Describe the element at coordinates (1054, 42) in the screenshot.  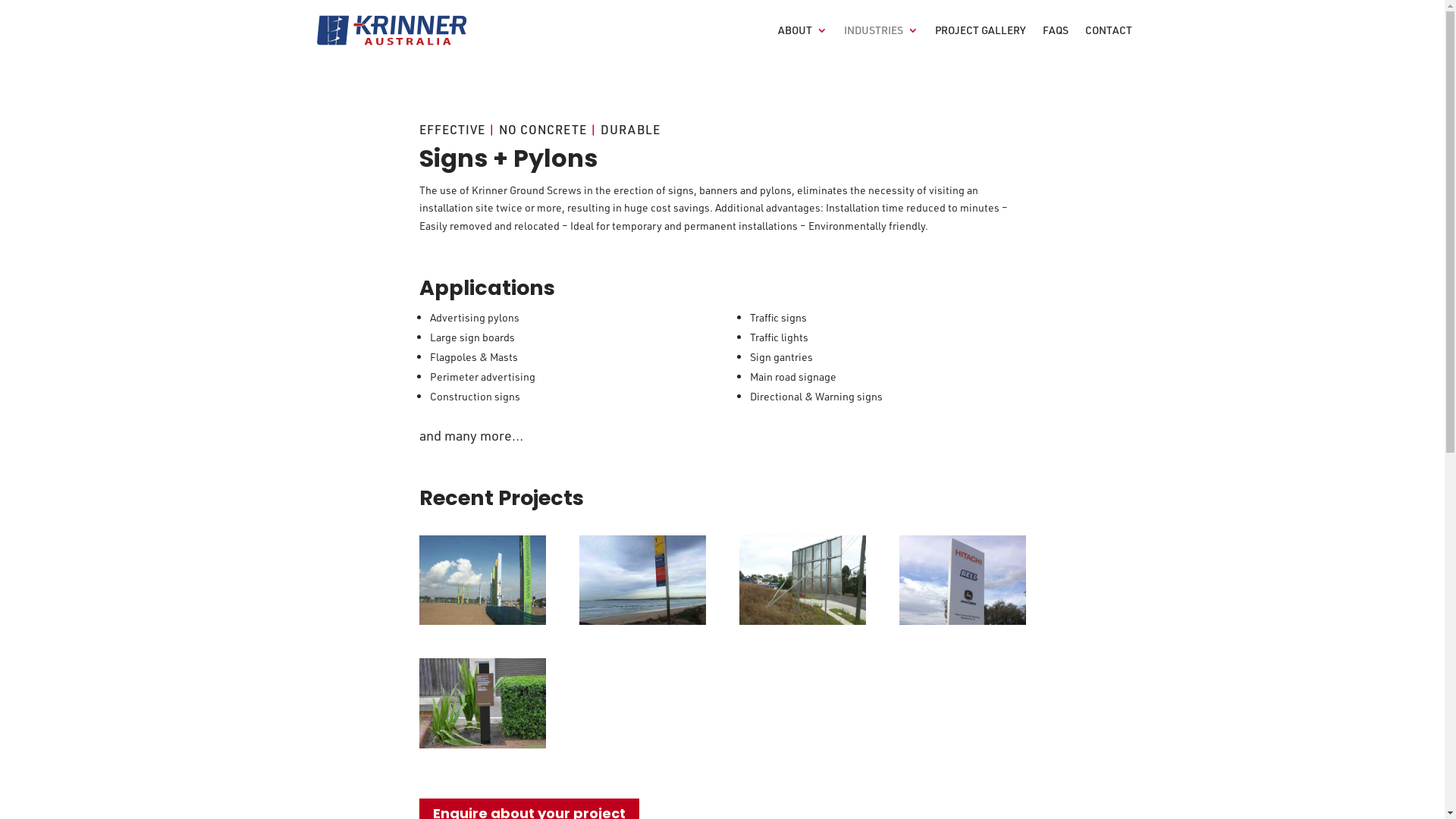
I see `'FAQS'` at that location.